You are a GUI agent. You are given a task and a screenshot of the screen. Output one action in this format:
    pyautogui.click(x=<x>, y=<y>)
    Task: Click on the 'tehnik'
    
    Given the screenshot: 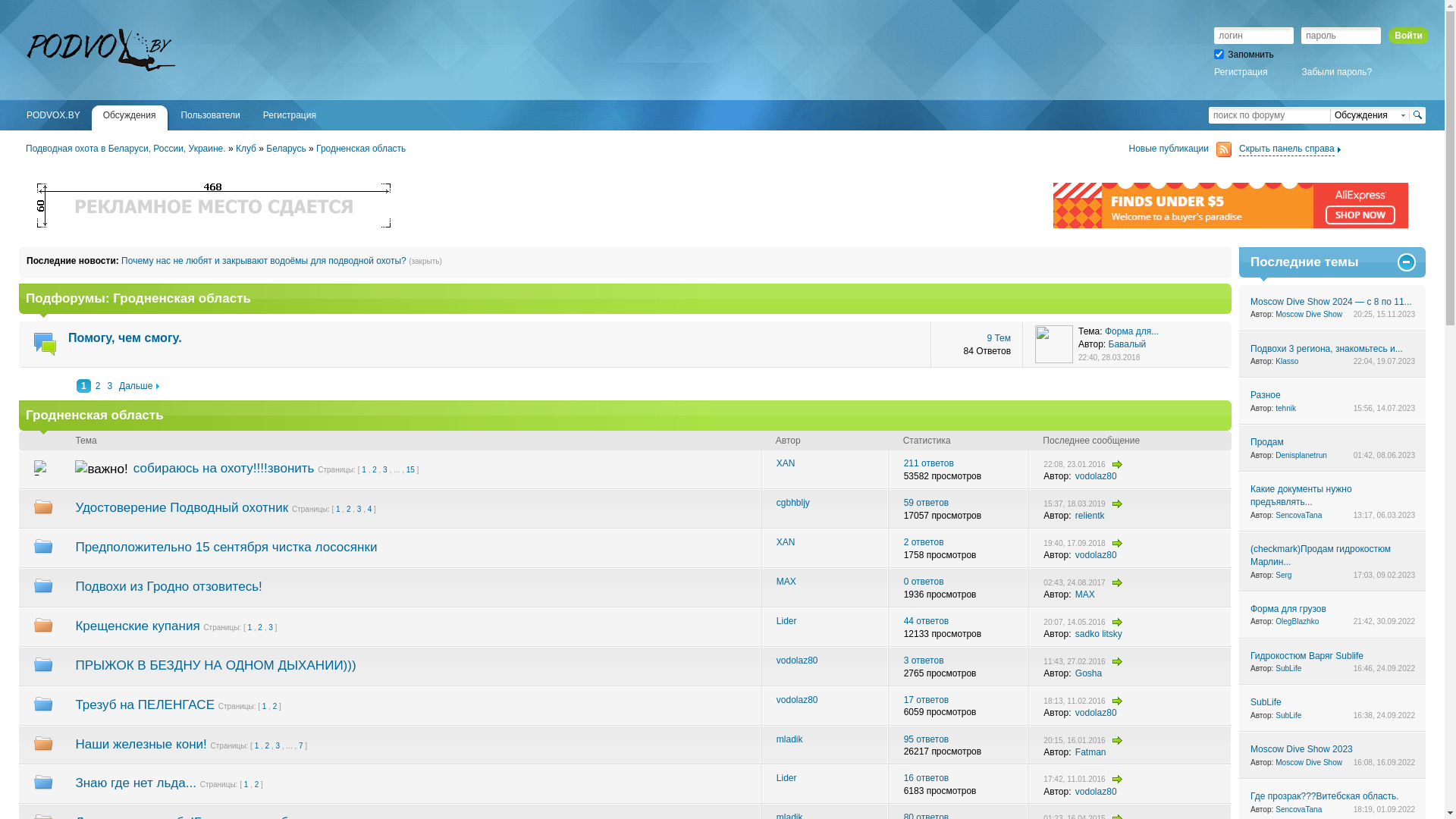 What is the action you would take?
    pyautogui.click(x=1274, y=407)
    